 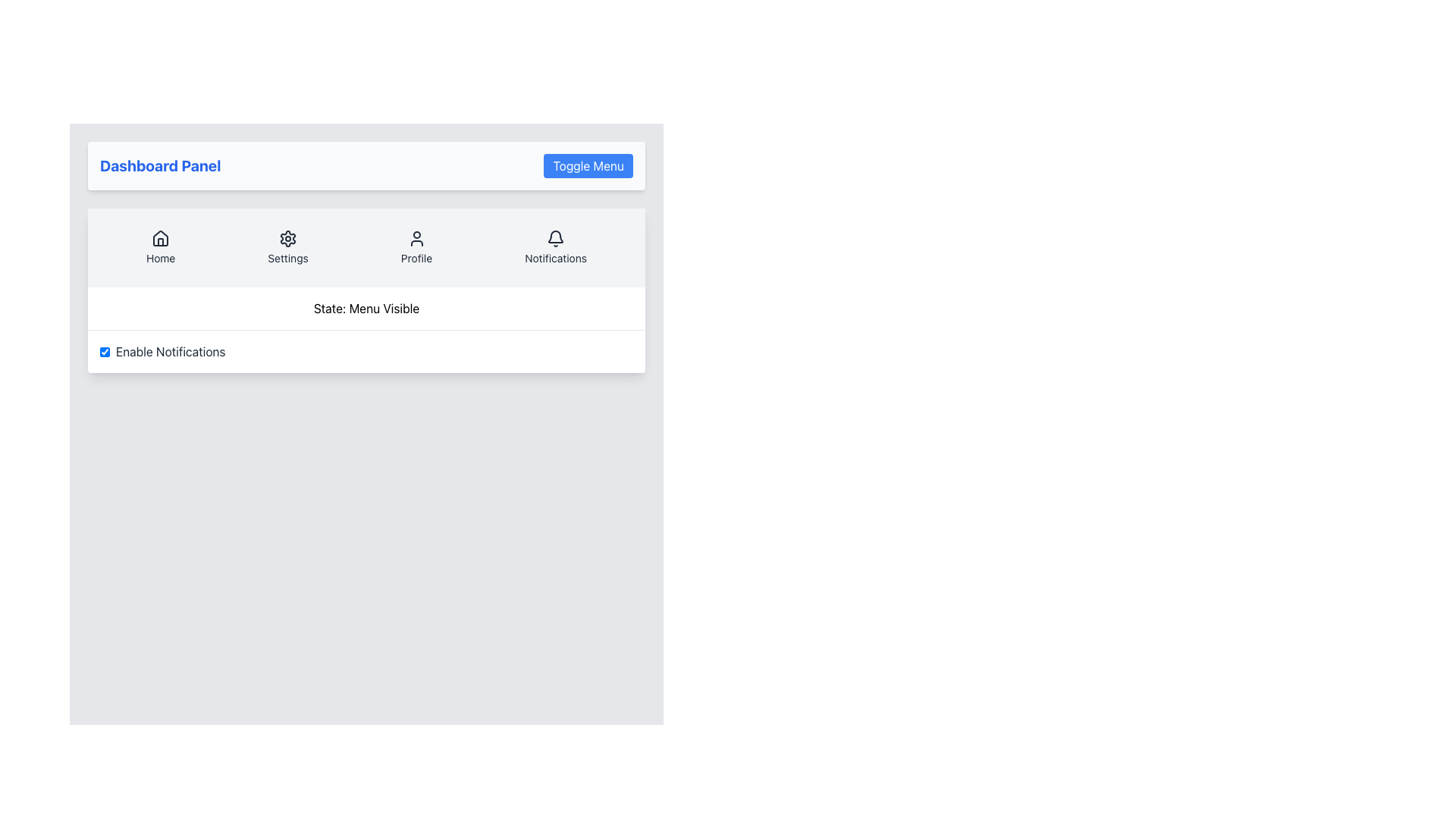 What do you see at coordinates (288, 239) in the screenshot?
I see `the gear icon located in the header of the card grouping, second from the left in the 'Settings' section` at bounding box center [288, 239].